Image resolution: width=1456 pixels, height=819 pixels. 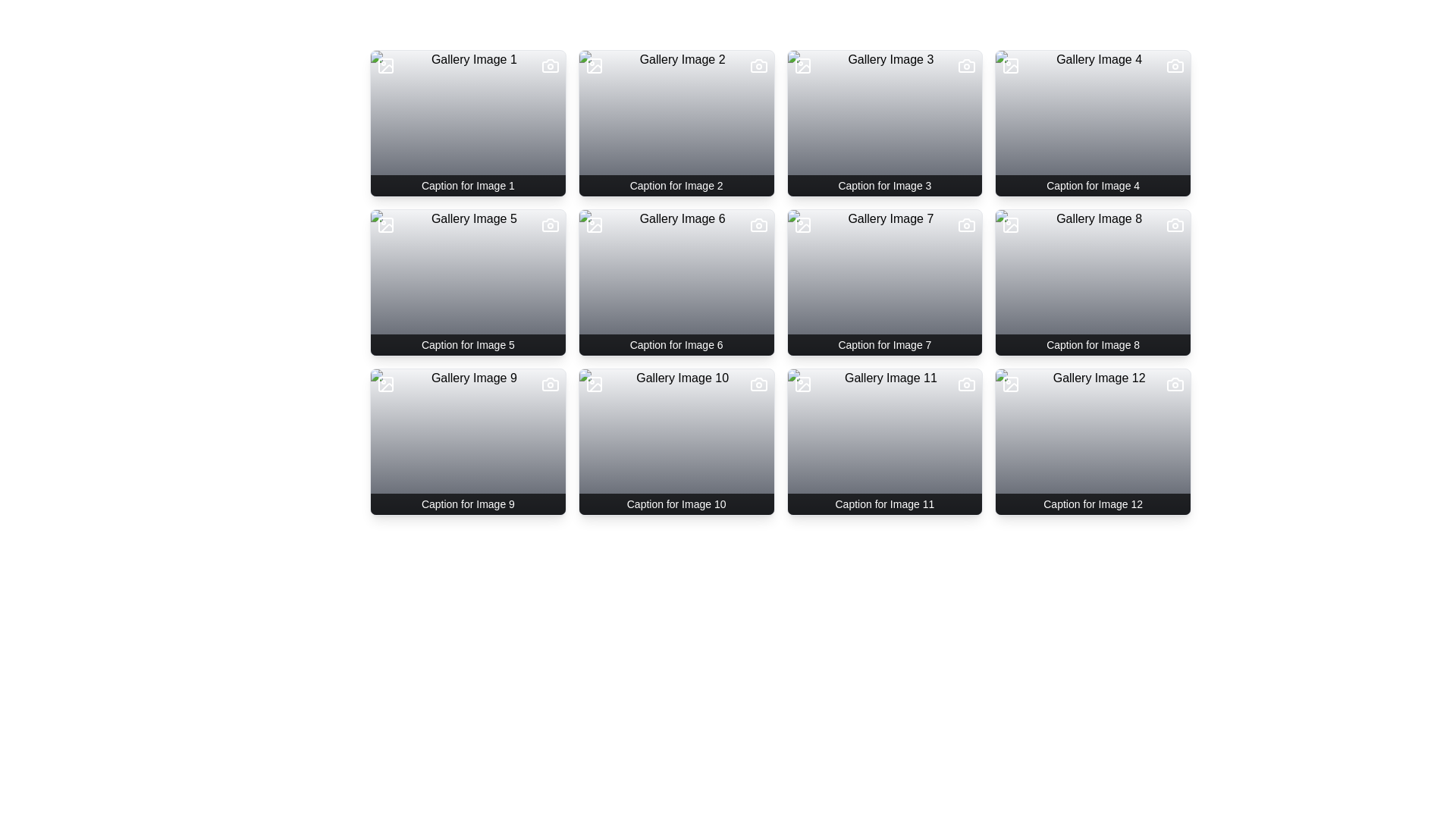 I want to click on the decorative vector graphical component located in the upper-left corner of the seventh gallery image, which is found in the second row and third column of the grid layout, so click(x=803, y=227).